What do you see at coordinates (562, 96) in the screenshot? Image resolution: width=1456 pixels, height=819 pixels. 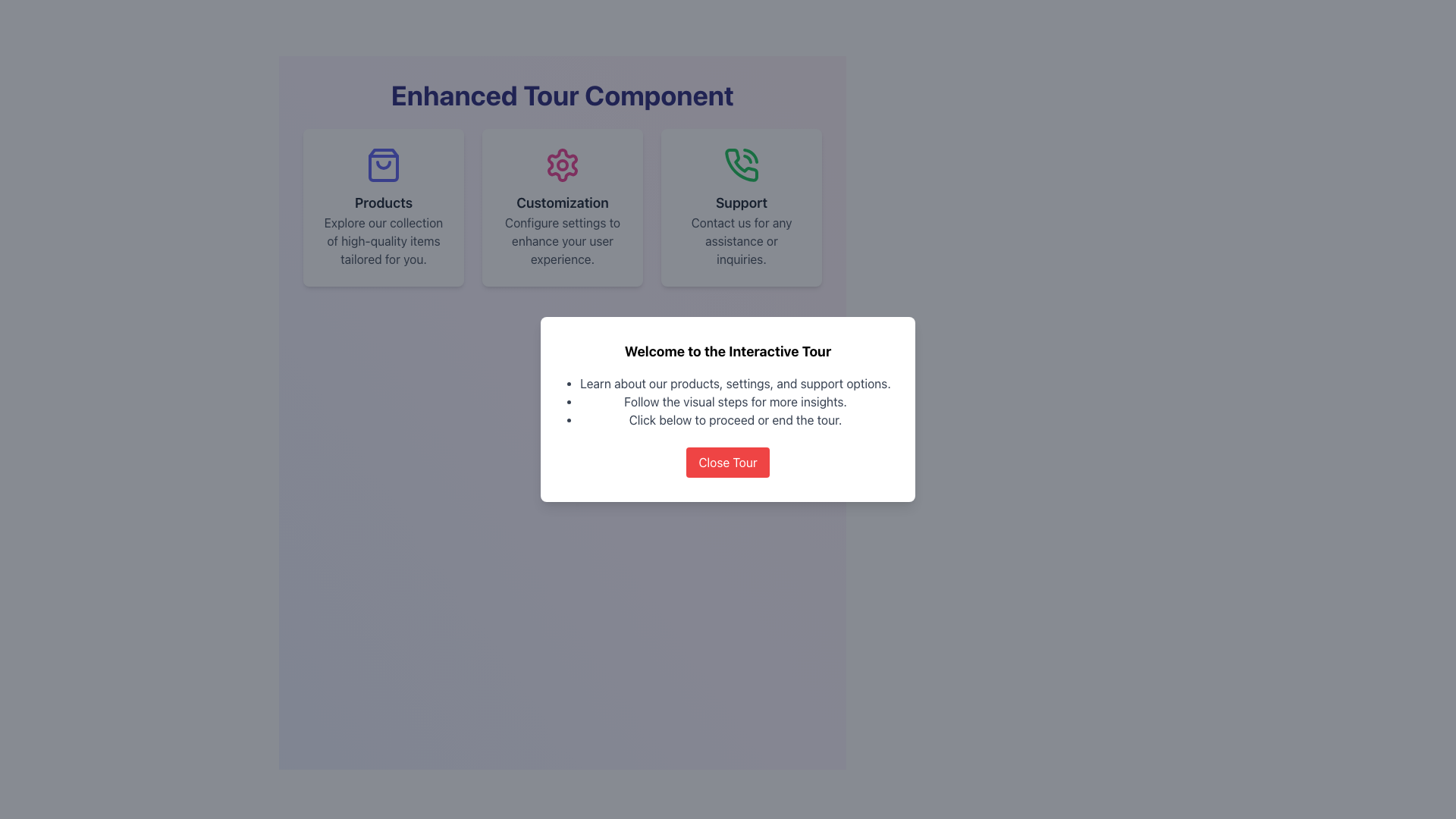 I see `text element that displays 'Enhanced Tour Component', which is a bold, large, deep blue centered text located at the top of a section above three cards labeled 'Products,' 'Customization,' and 'Support'` at bounding box center [562, 96].